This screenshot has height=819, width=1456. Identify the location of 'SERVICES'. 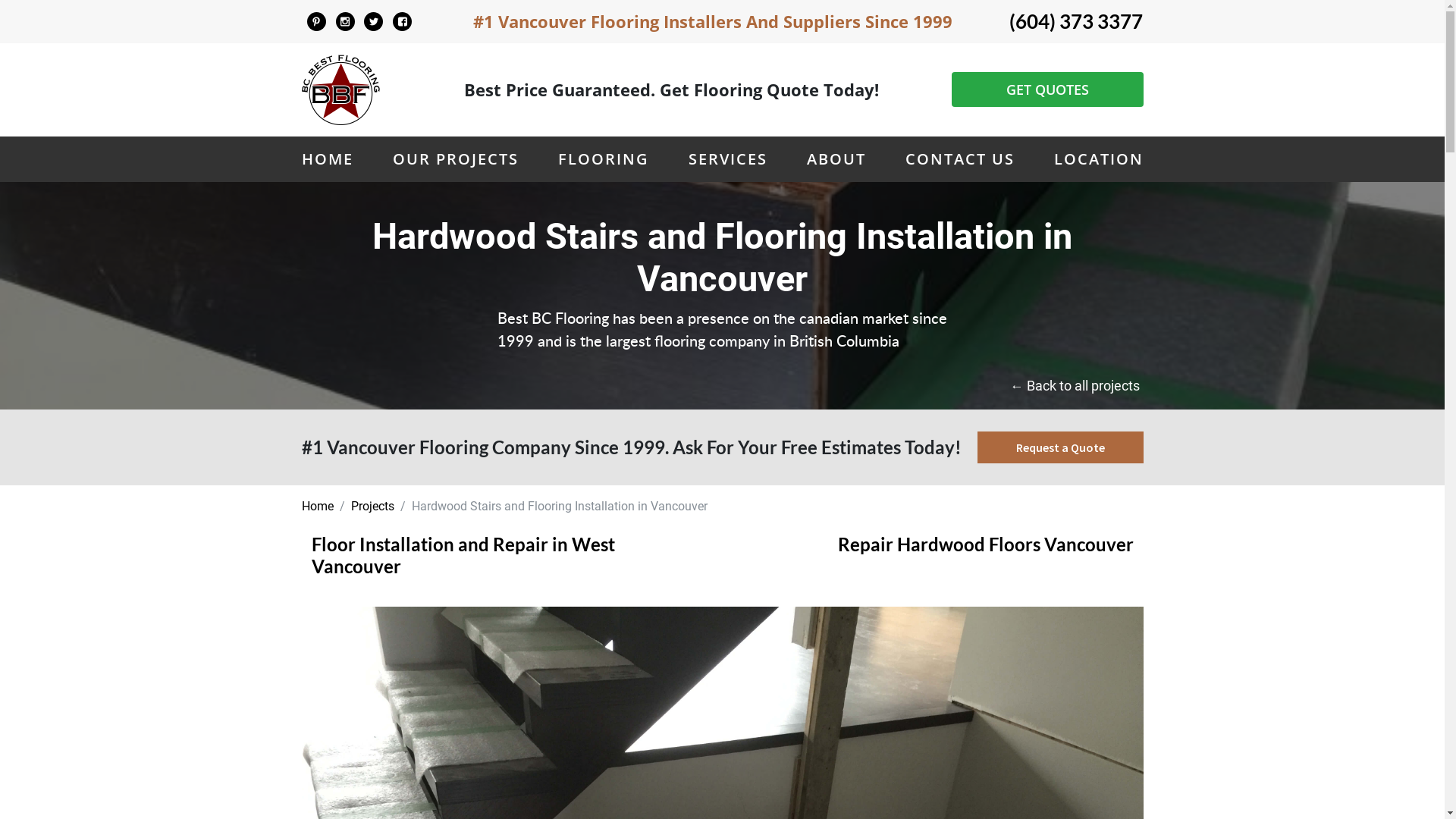
(687, 158).